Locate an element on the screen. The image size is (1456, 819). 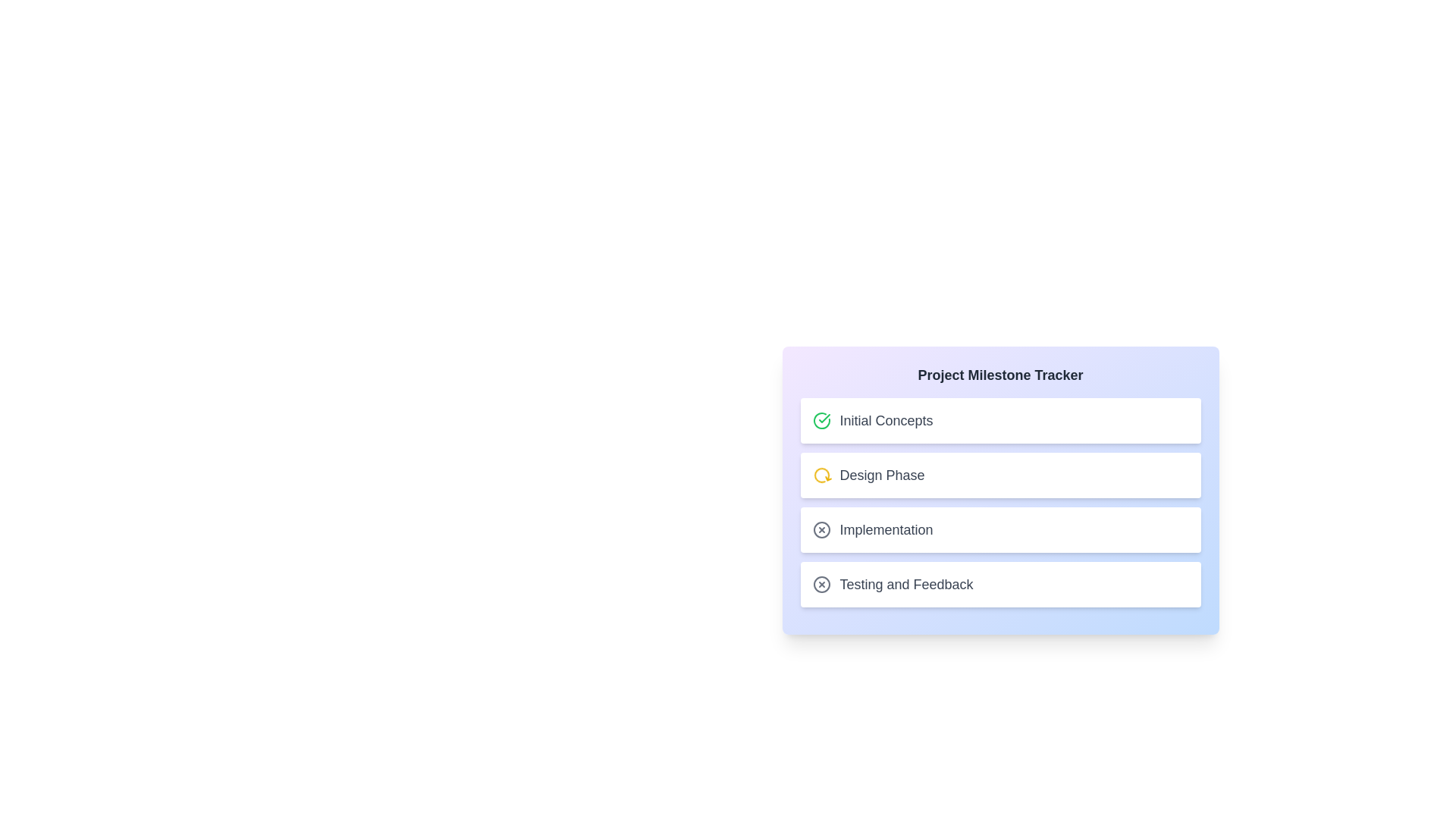
the icon adjacent to the 'Implementation' milestone to interact with the milestone status is located at coordinates (821, 529).